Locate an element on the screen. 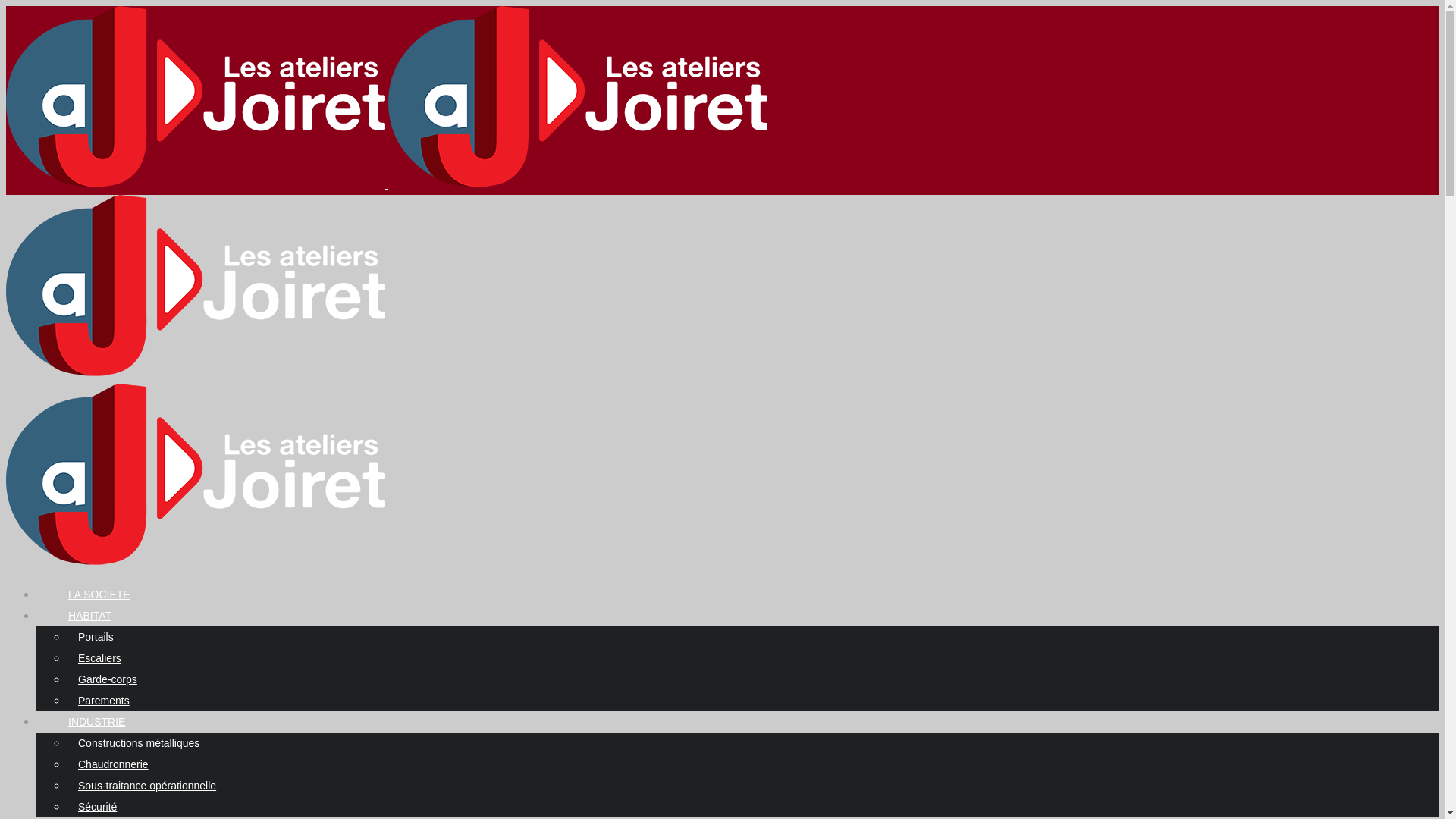  'HABITAT' is located at coordinates (89, 616).